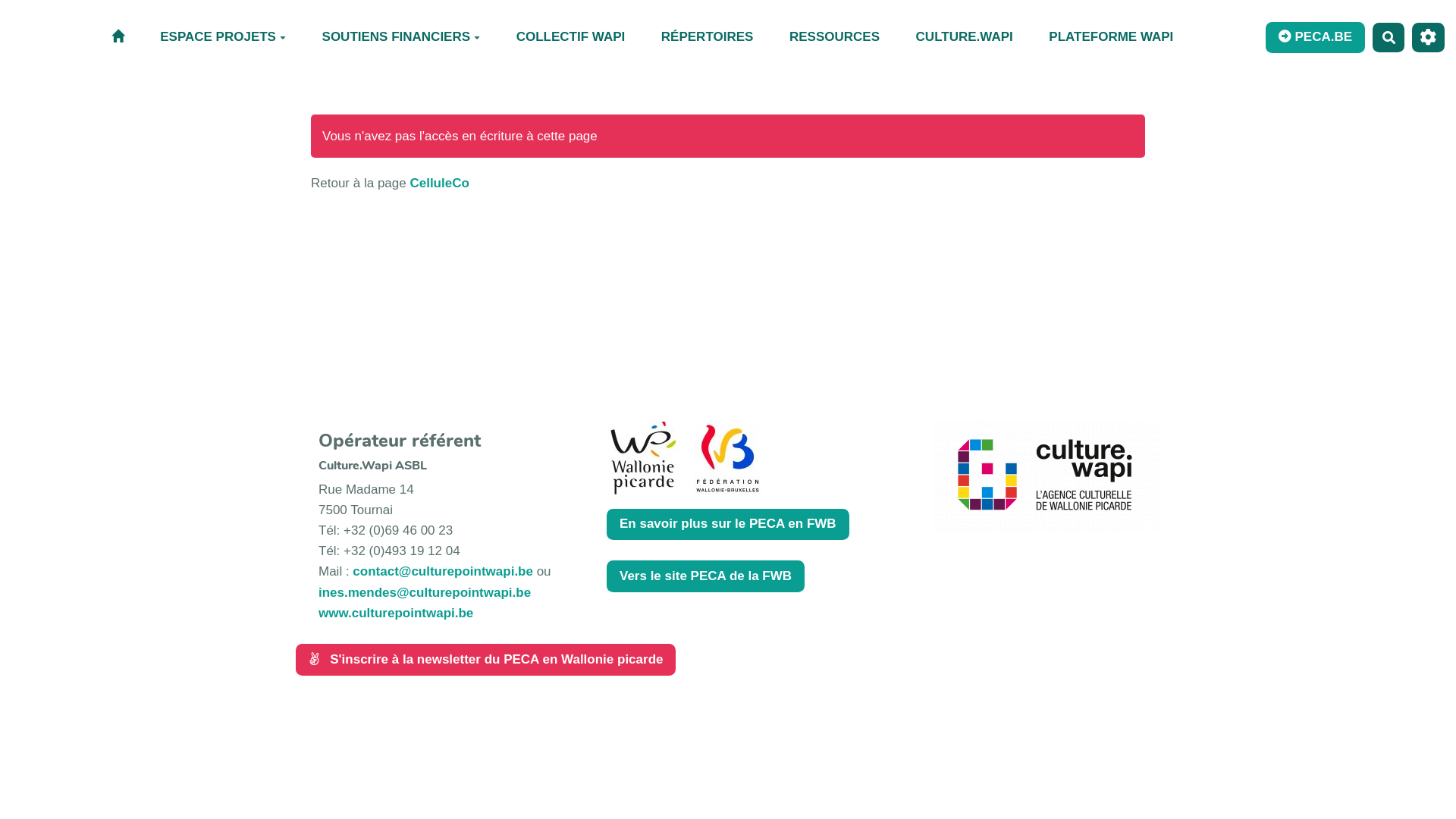 The height and width of the screenshot is (819, 1456). Describe the element at coordinates (1111, 36) in the screenshot. I see `'PLATEFORME WAPI'` at that location.